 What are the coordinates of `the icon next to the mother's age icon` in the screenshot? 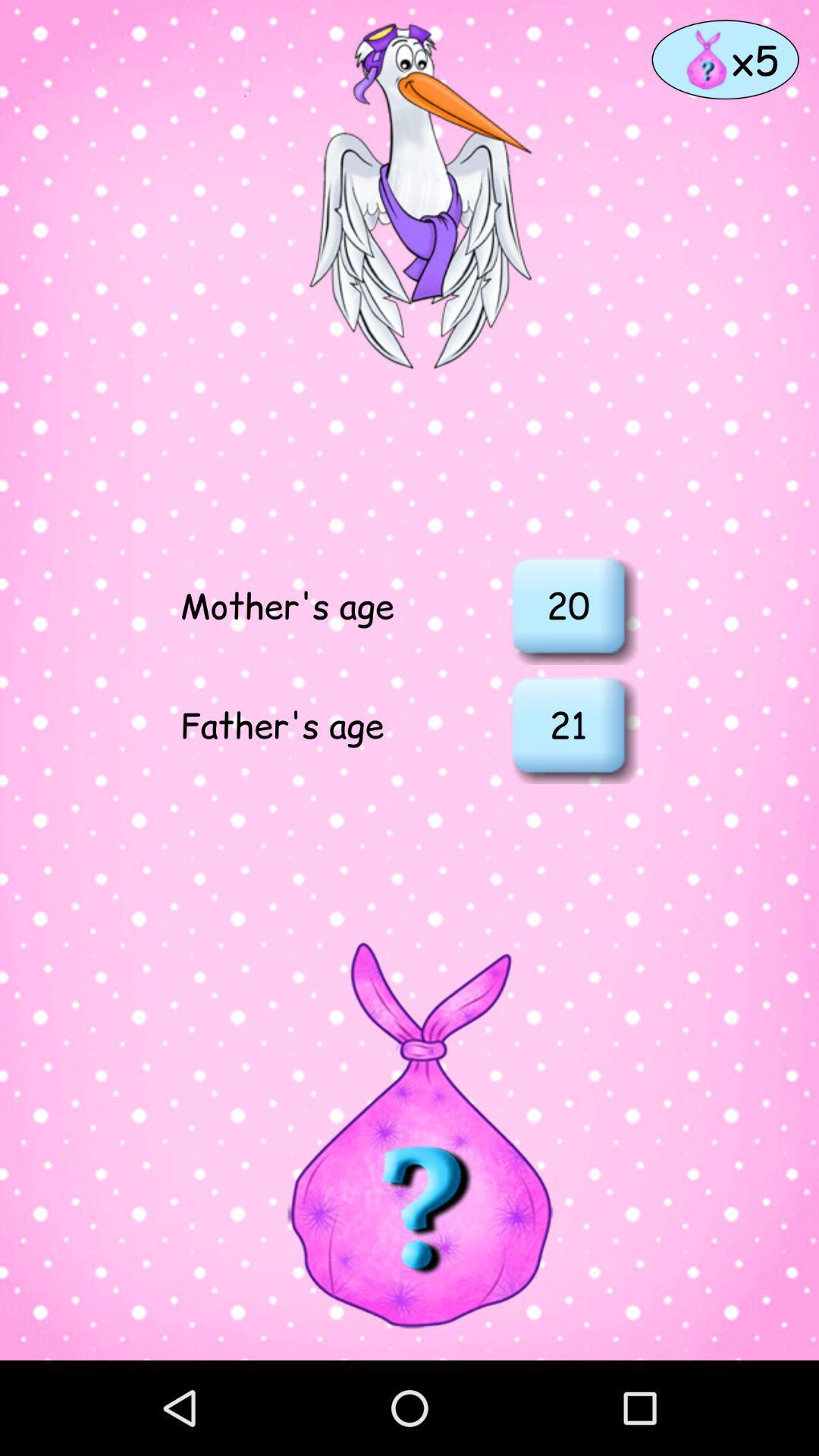 It's located at (568, 604).